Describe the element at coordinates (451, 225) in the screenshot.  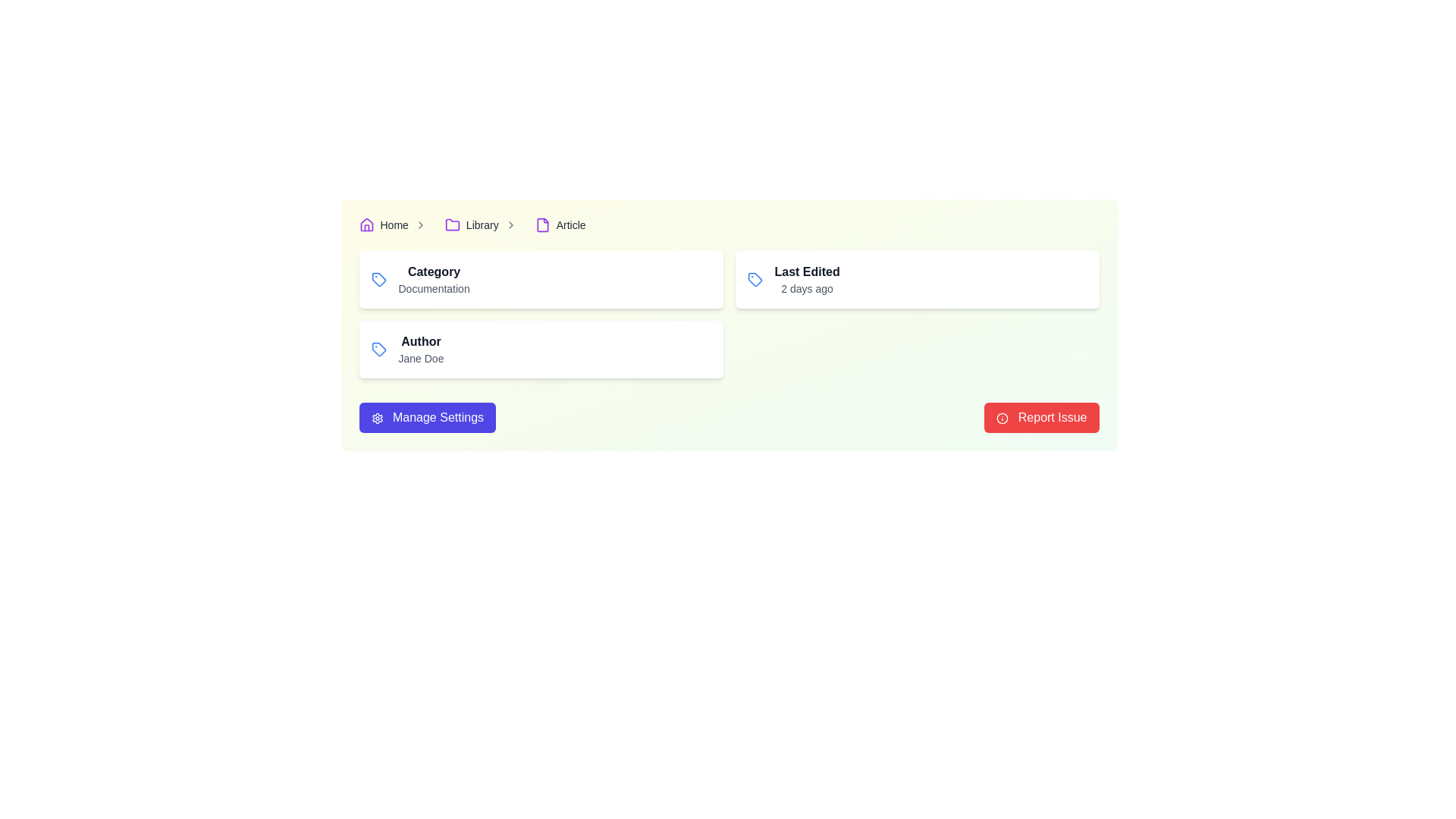
I see `the purple folder icon located to the left of the 'Library' text in the breadcrumb navigation at the top-center of the interface` at that location.